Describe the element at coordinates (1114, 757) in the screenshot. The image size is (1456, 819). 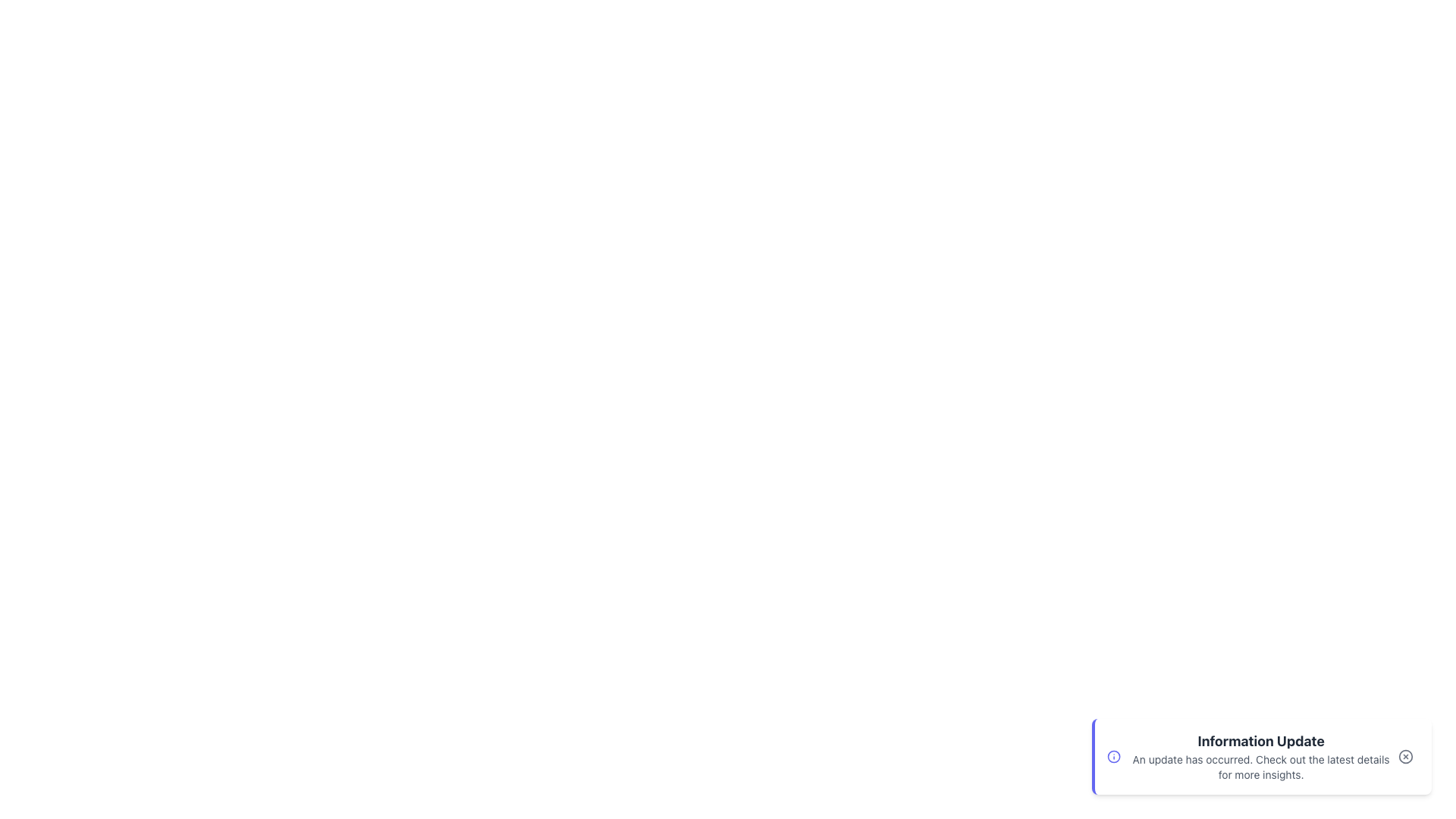
I see `the circular shape within the SVG component of the notification titled 'Information Update' located at the bottom-right corner of the interface` at that location.